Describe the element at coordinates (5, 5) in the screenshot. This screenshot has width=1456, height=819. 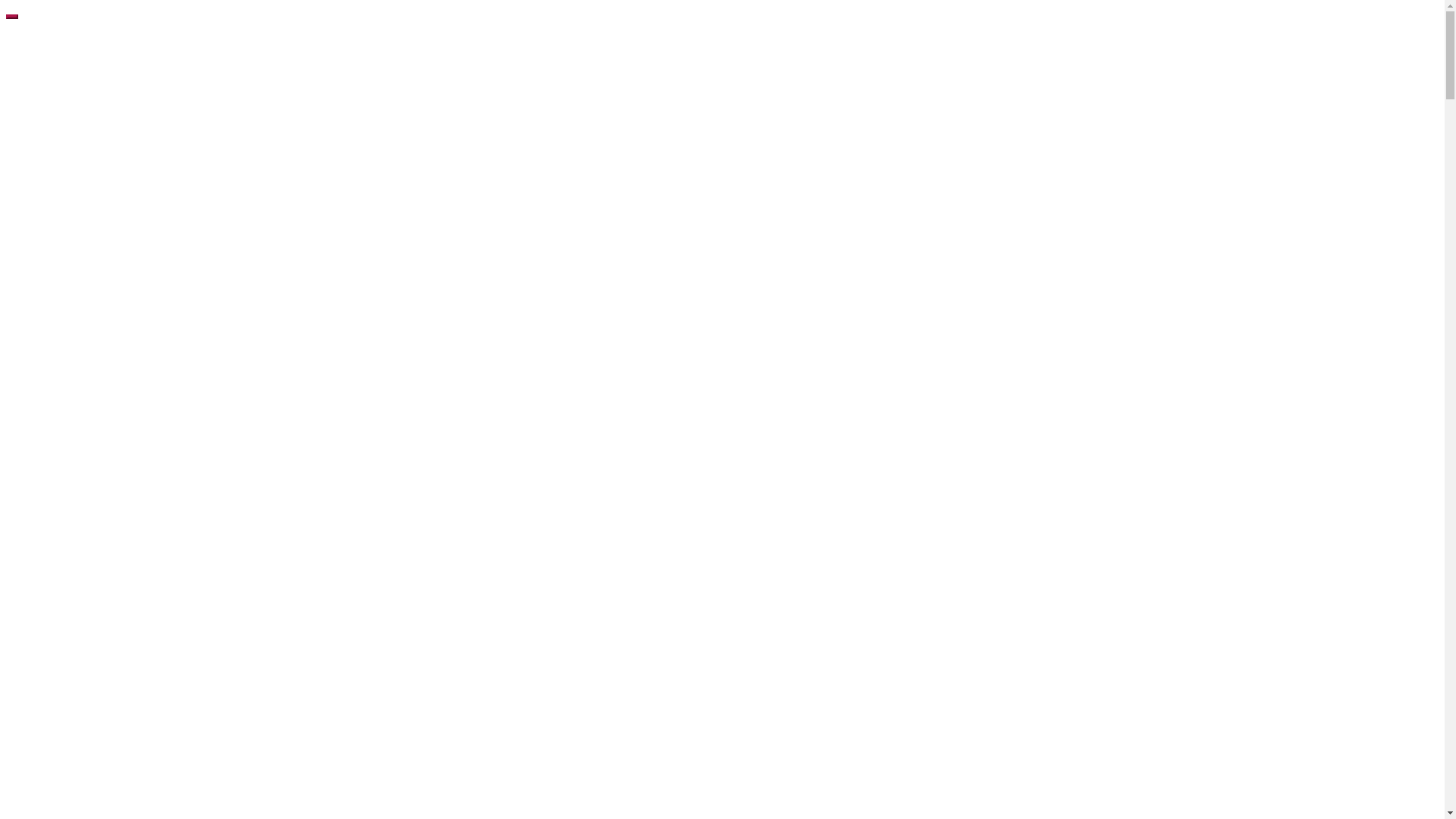
I see `'Skip to content'` at that location.